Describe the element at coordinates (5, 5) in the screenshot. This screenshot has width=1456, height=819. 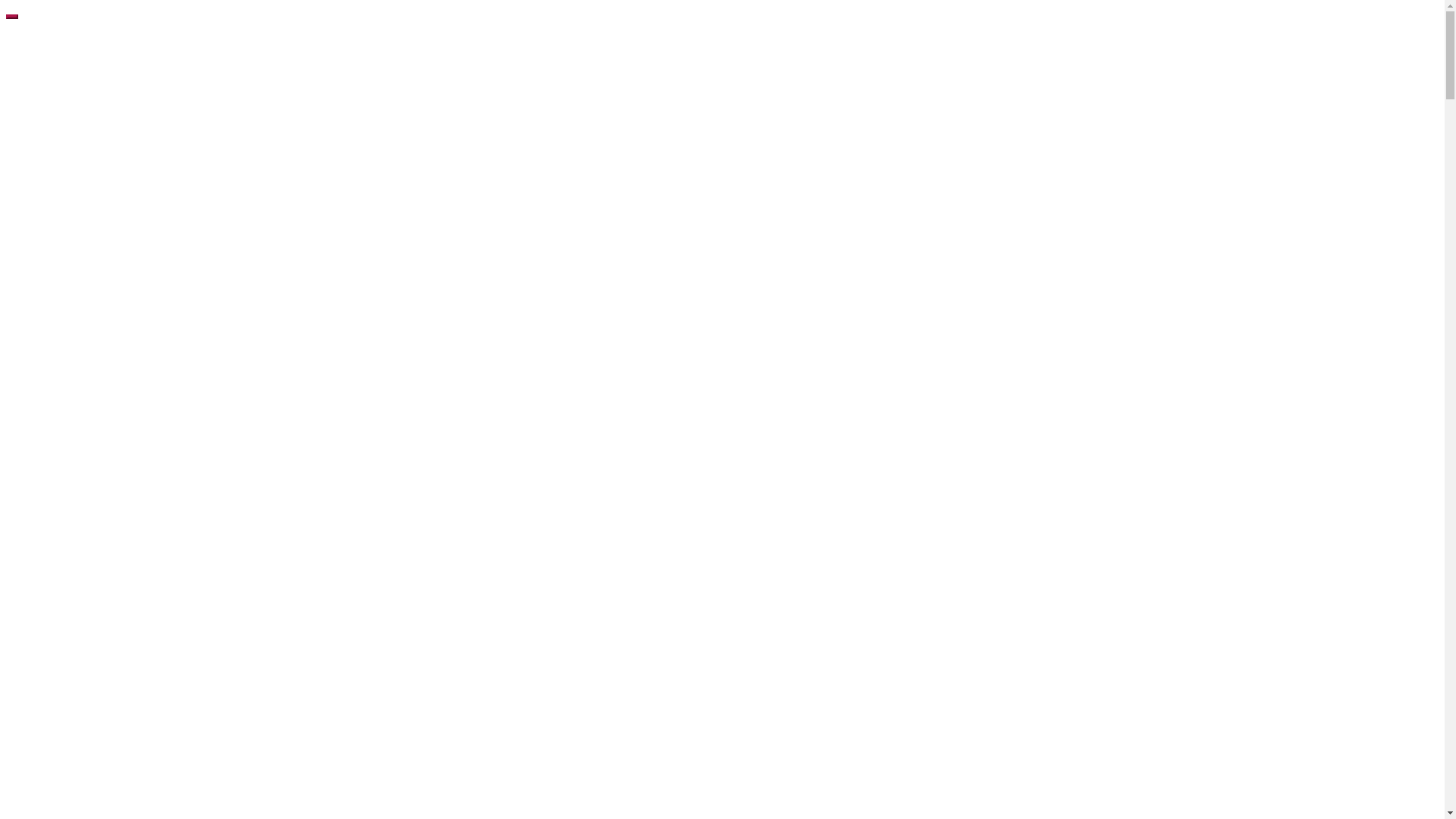
I see `'Skip to content'` at that location.